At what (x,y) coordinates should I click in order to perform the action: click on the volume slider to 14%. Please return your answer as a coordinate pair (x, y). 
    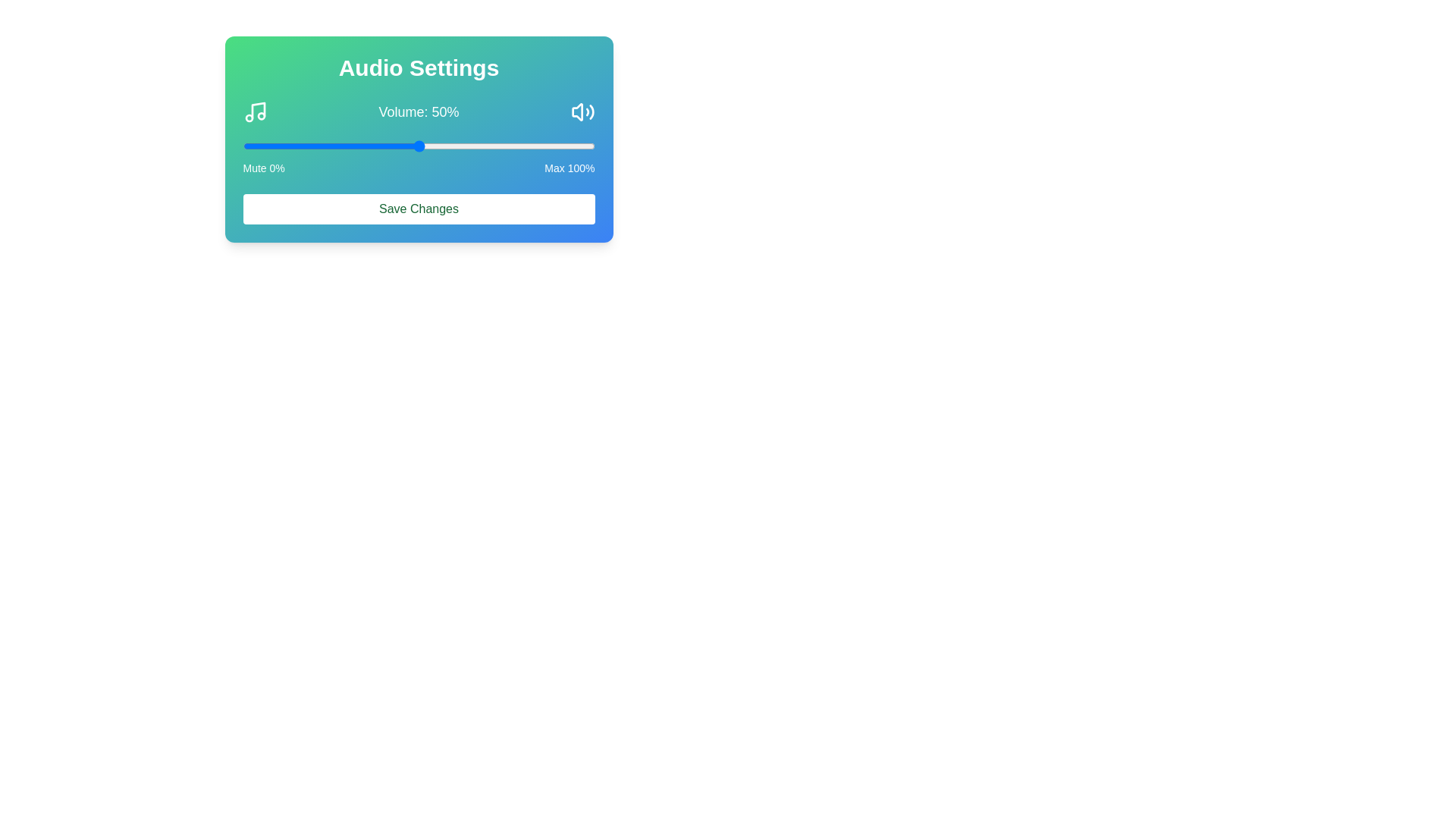
    Looking at the image, I should click on (292, 146).